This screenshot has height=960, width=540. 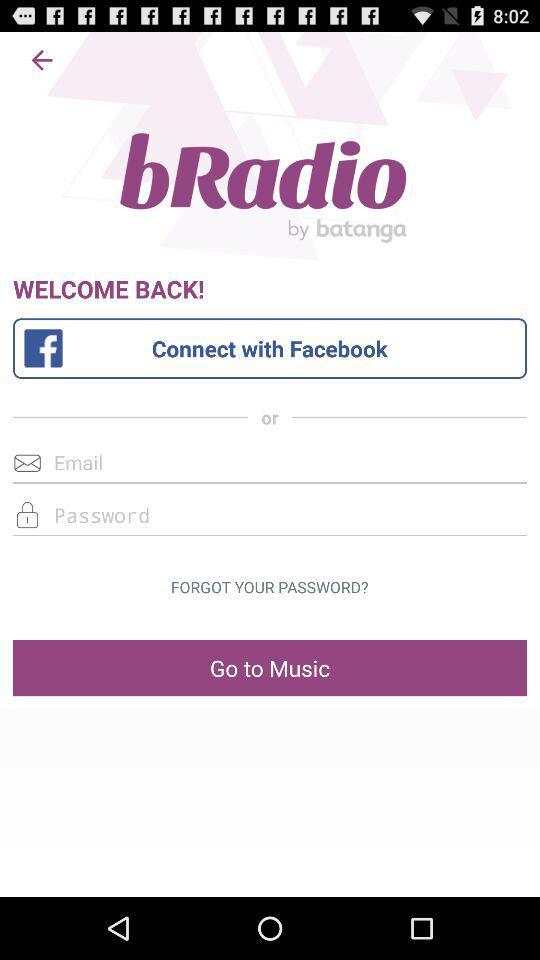 What do you see at coordinates (270, 462) in the screenshot?
I see `type in email address` at bounding box center [270, 462].